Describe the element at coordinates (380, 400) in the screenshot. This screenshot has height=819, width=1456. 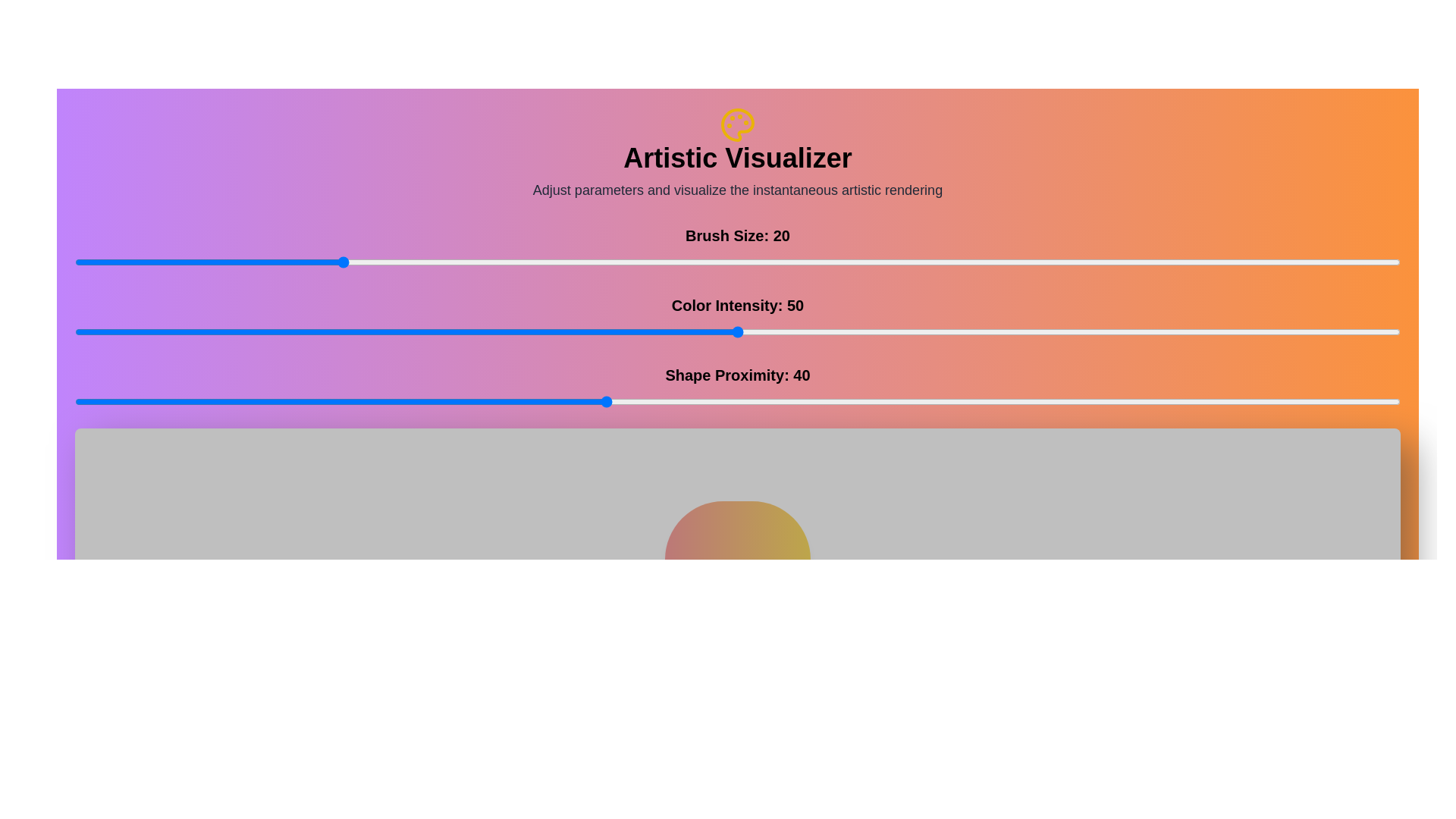
I see `the 'Shape Proximity' slider to 23 value` at that location.